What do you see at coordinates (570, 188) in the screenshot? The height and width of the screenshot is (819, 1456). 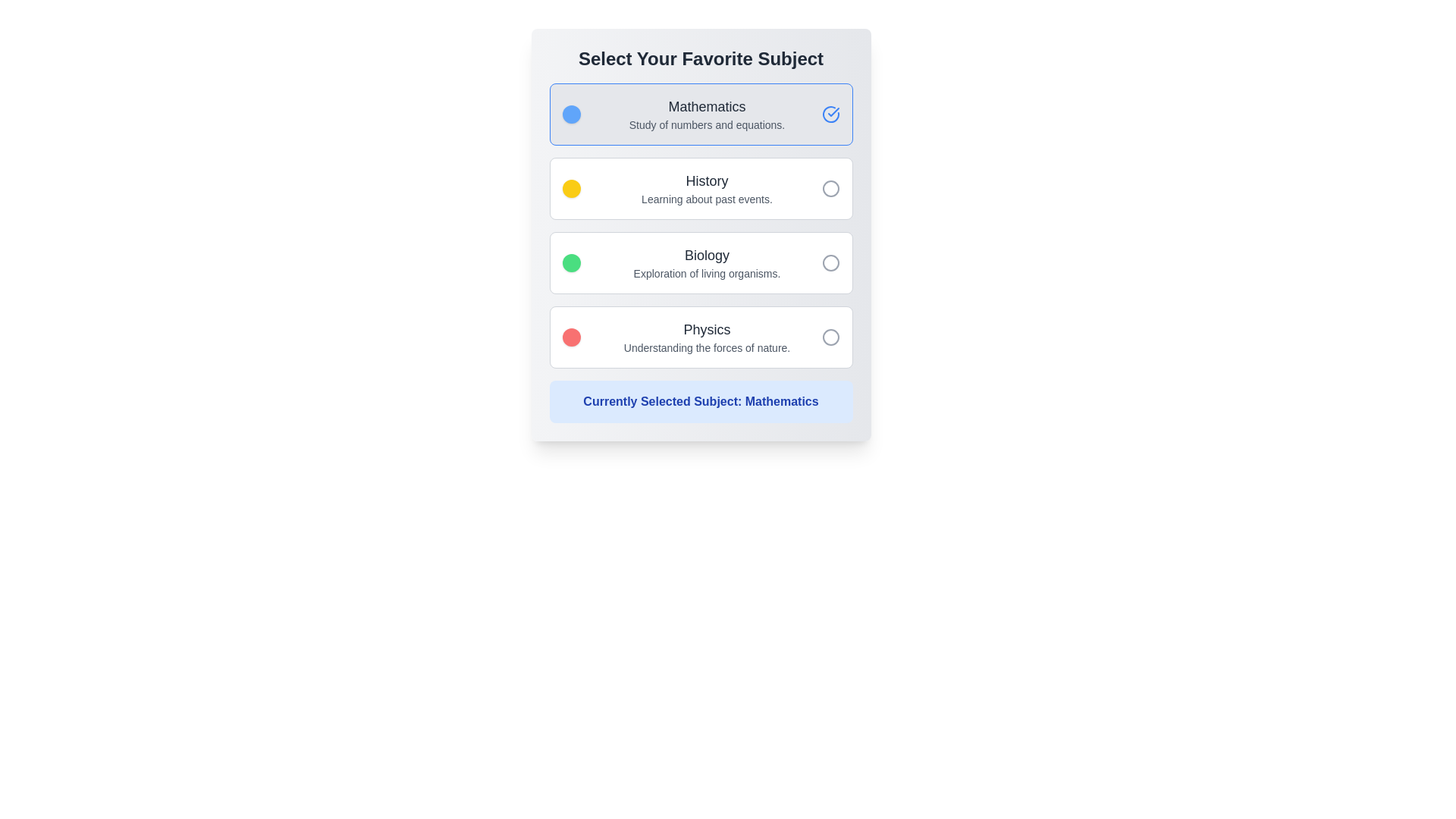 I see `the visual marker or status indicator located in the second row of the selection list labeled 'History', which is positioned towards the left side of the row, preceding the text 'History' and its description 'Learning about past events'` at bounding box center [570, 188].